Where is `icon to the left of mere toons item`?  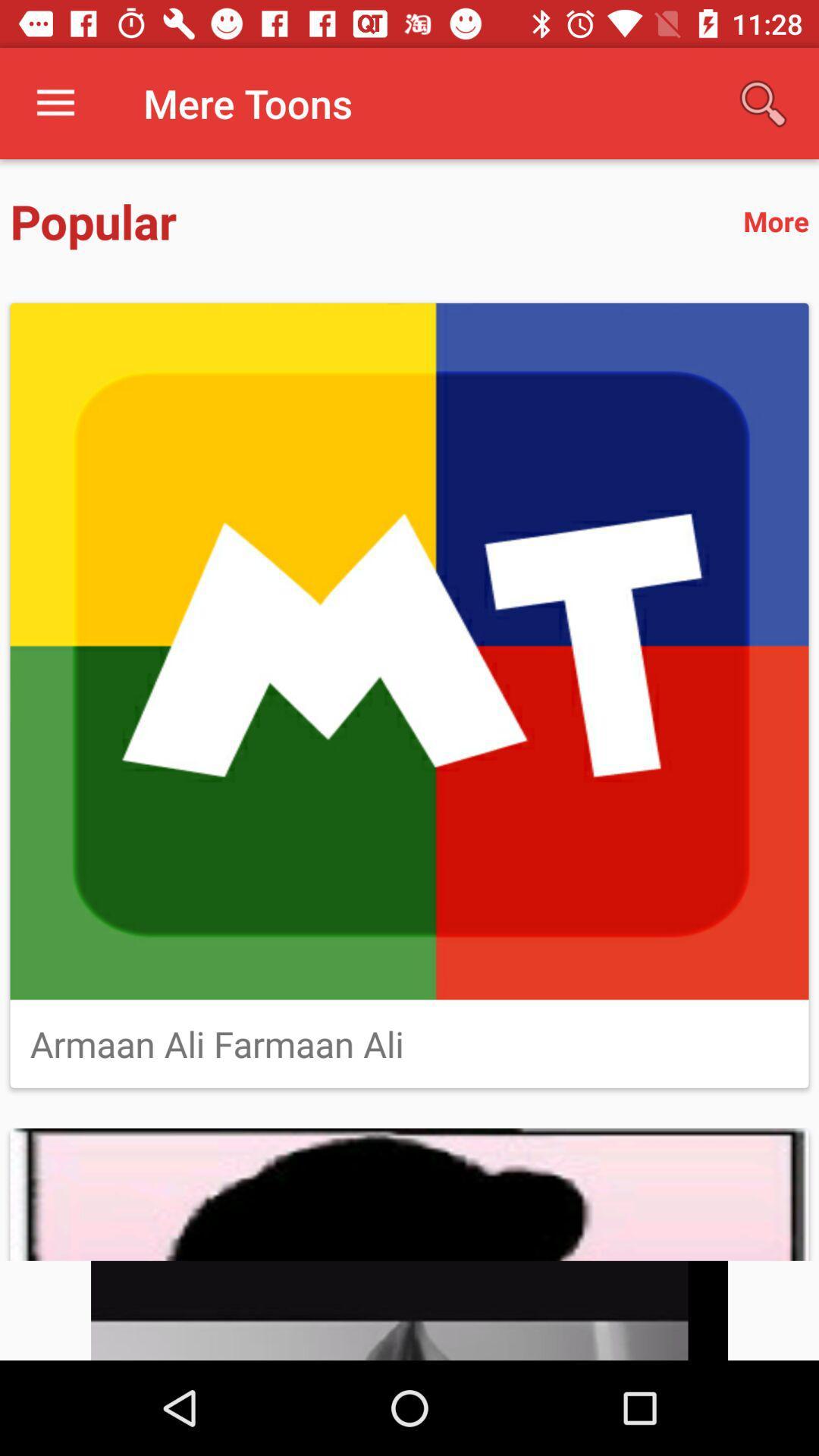 icon to the left of mere toons item is located at coordinates (55, 102).